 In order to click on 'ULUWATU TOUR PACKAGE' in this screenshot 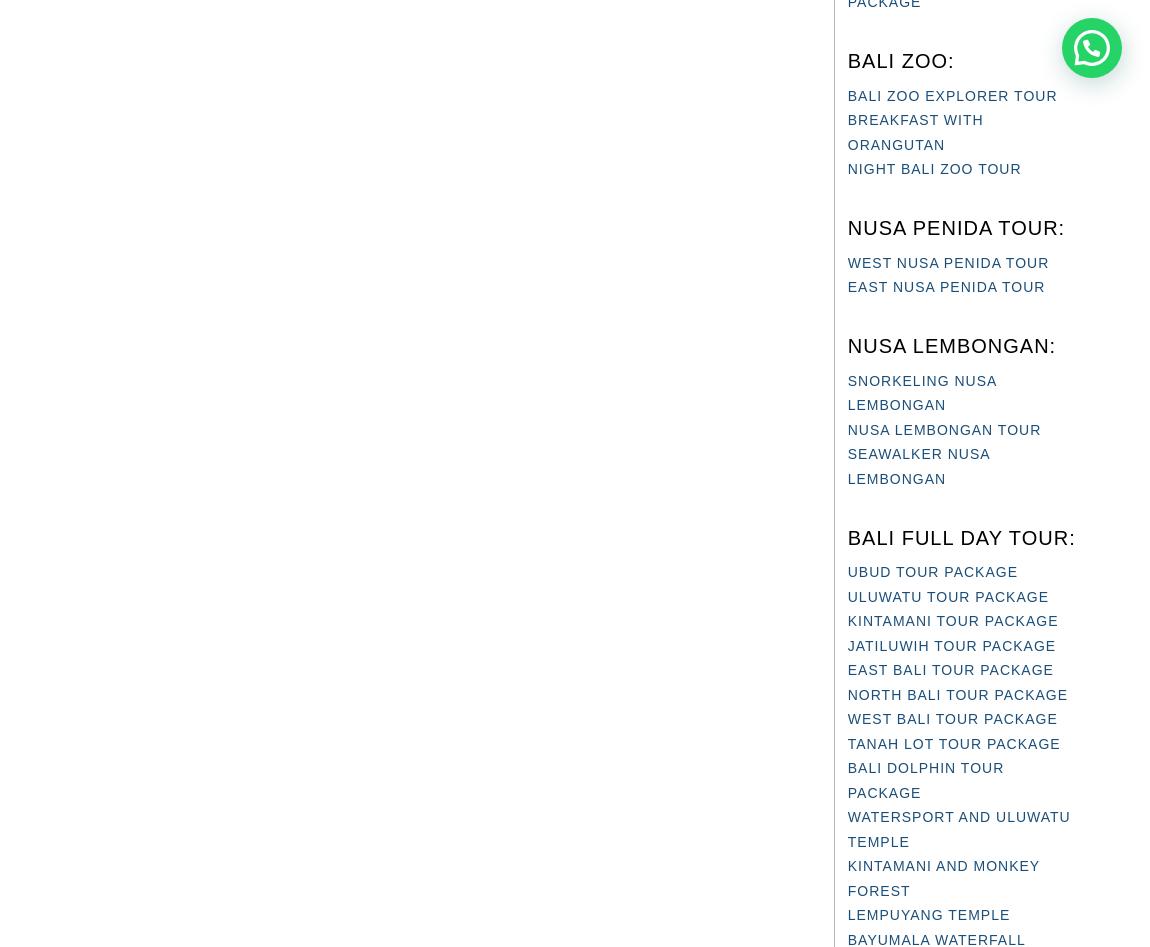, I will do `click(947, 596)`.